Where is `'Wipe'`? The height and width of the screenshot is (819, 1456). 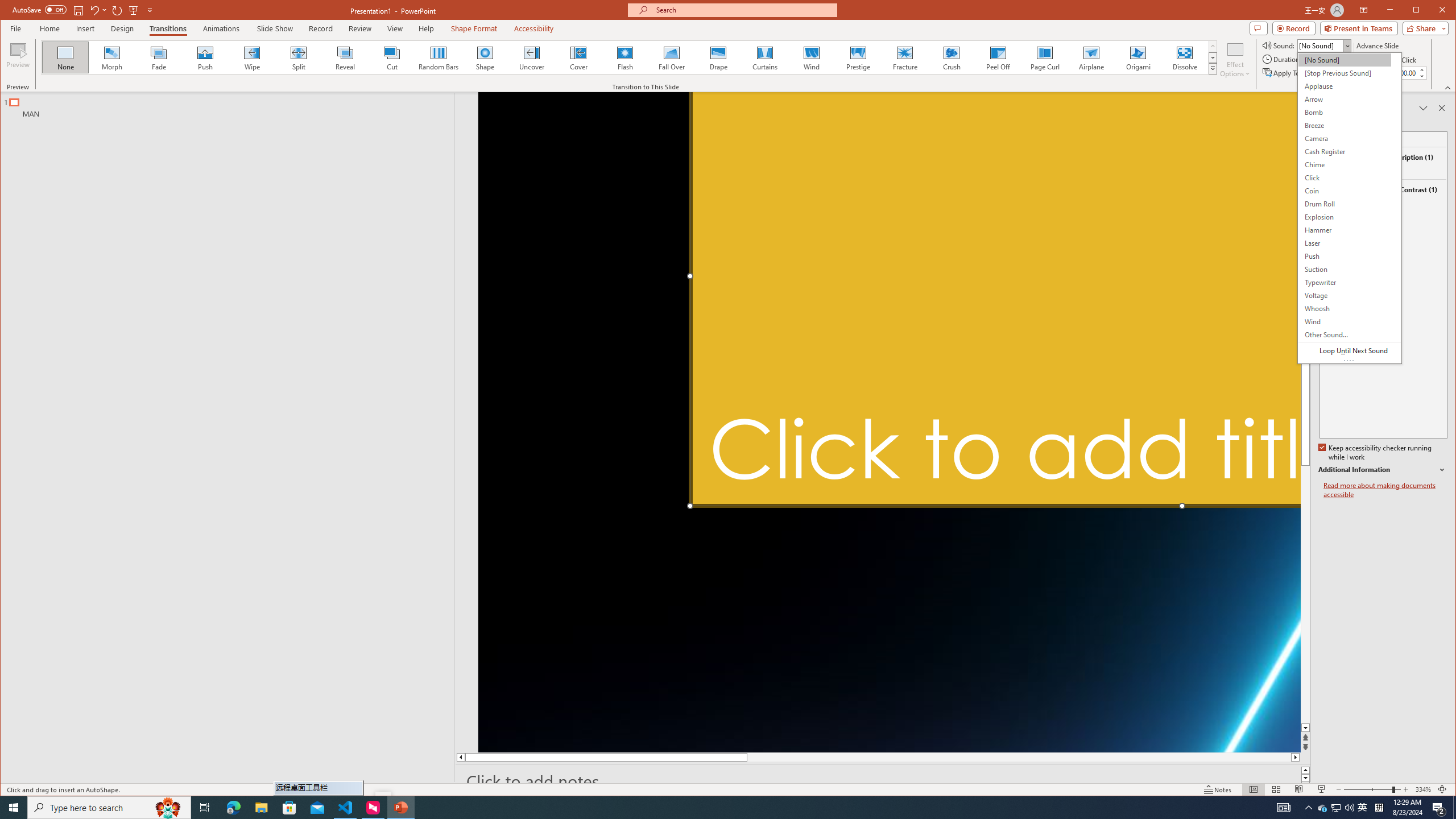
'Wipe' is located at coordinates (251, 57).